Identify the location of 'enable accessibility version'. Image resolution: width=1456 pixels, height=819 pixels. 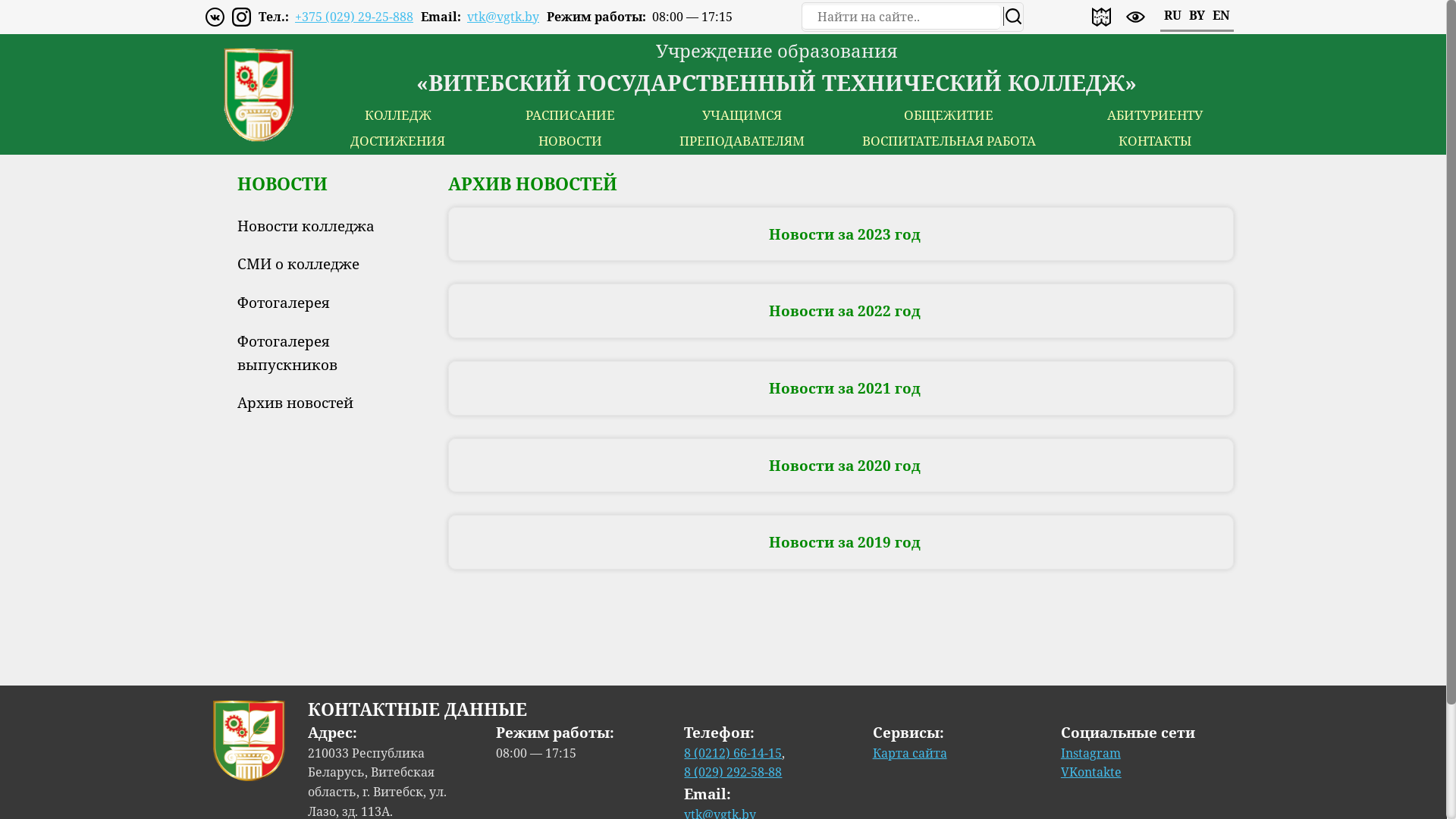
(1135, 17).